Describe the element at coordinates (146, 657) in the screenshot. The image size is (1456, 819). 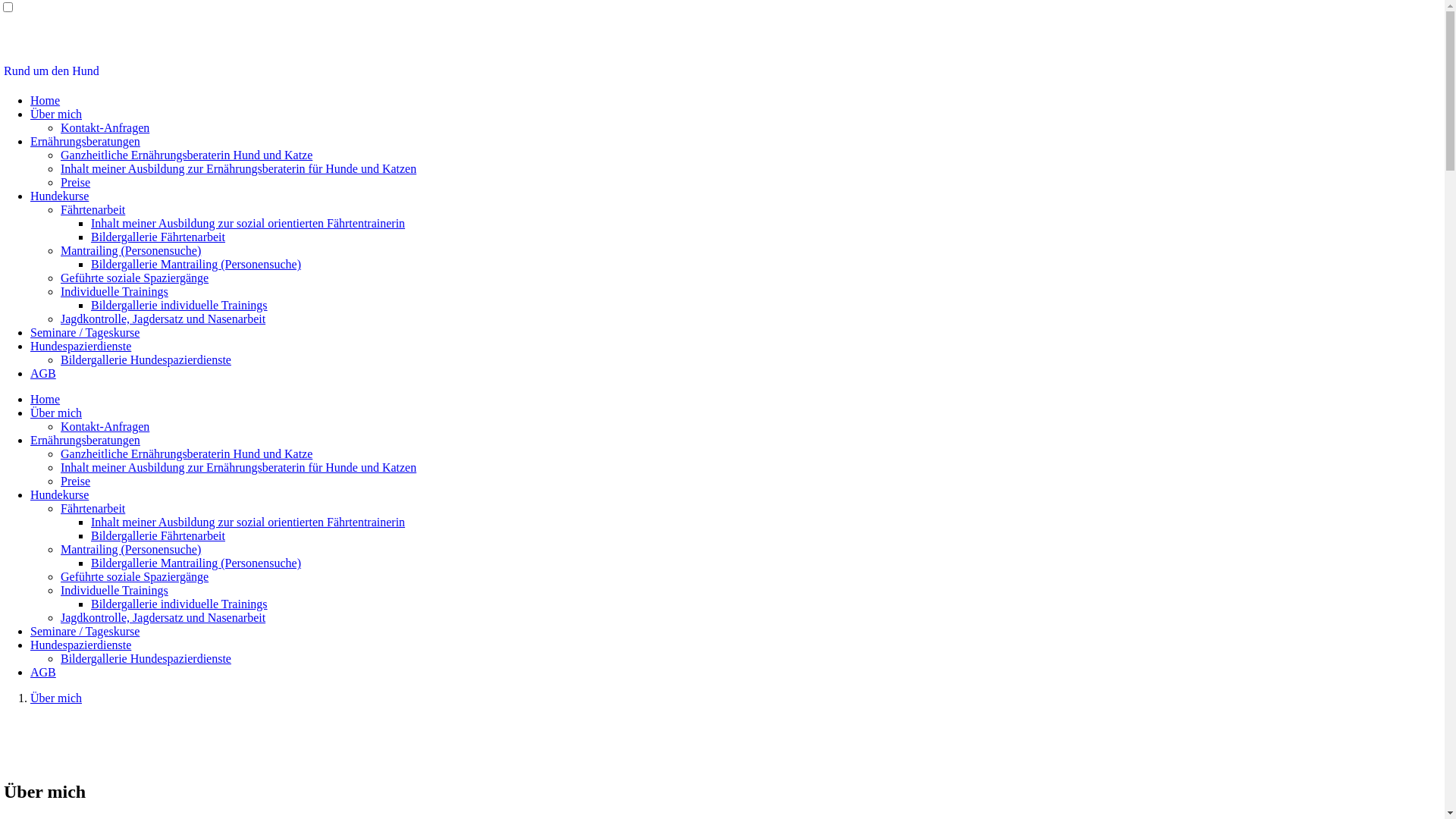
I see `'Bildergallerie Hundespazierdienste'` at that location.